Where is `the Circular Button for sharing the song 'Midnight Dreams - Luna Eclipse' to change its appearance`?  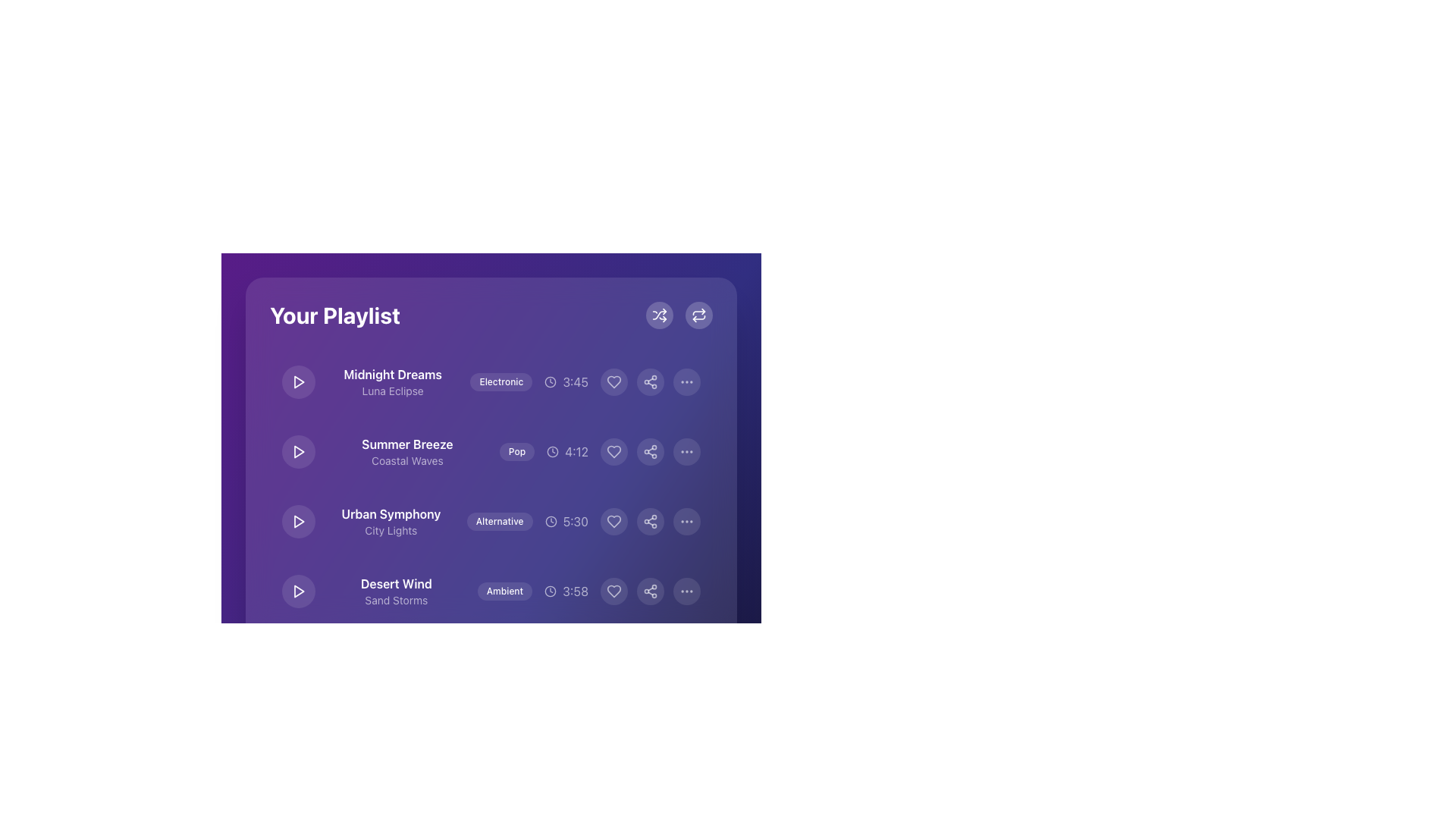 the Circular Button for sharing the song 'Midnight Dreams - Luna Eclipse' to change its appearance is located at coordinates (651, 381).